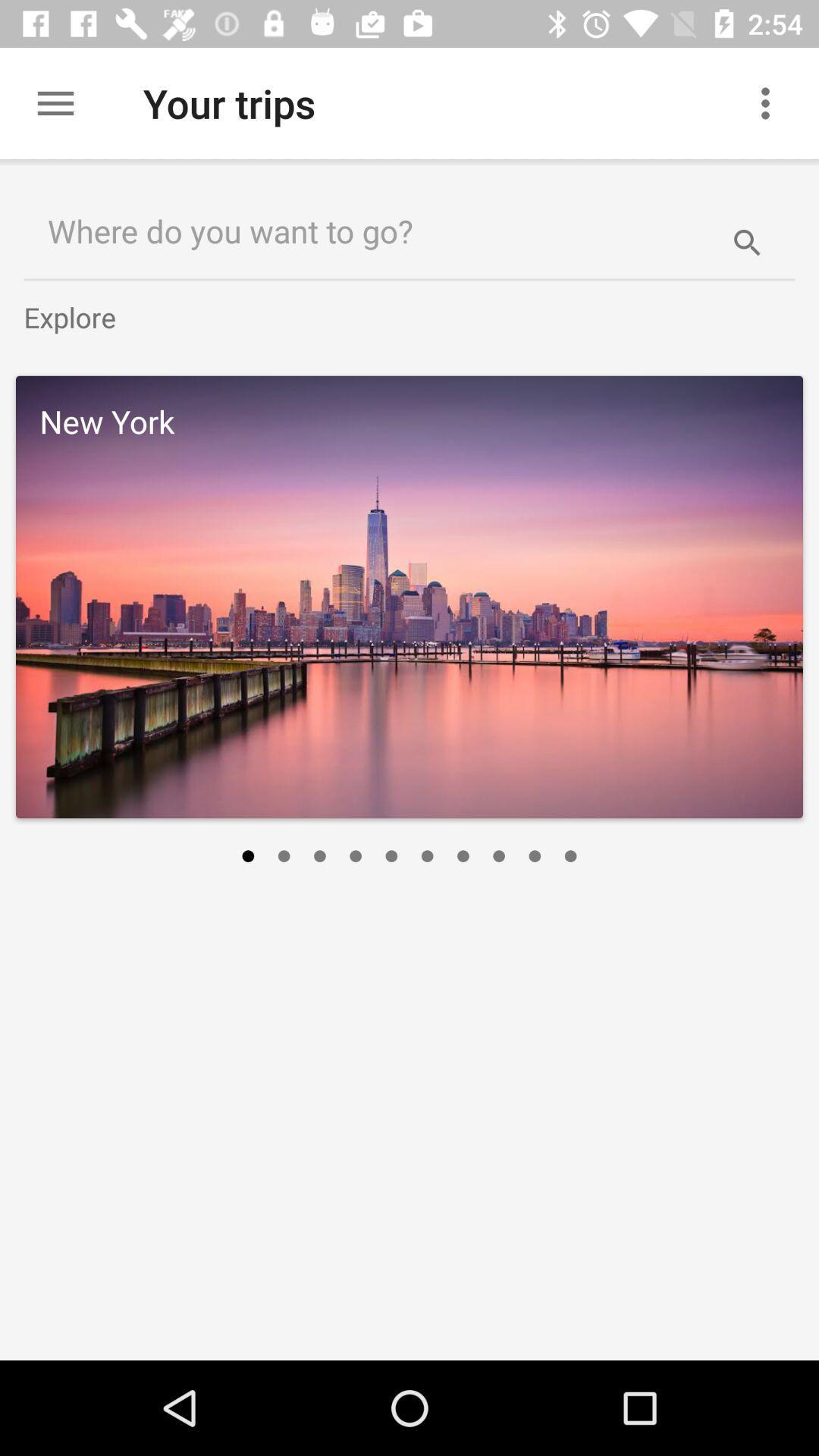 Image resolution: width=819 pixels, height=1456 pixels. Describe the element at coordinates (746, 230) in the screenshot. I see `item next to the where do you icon` at that location.